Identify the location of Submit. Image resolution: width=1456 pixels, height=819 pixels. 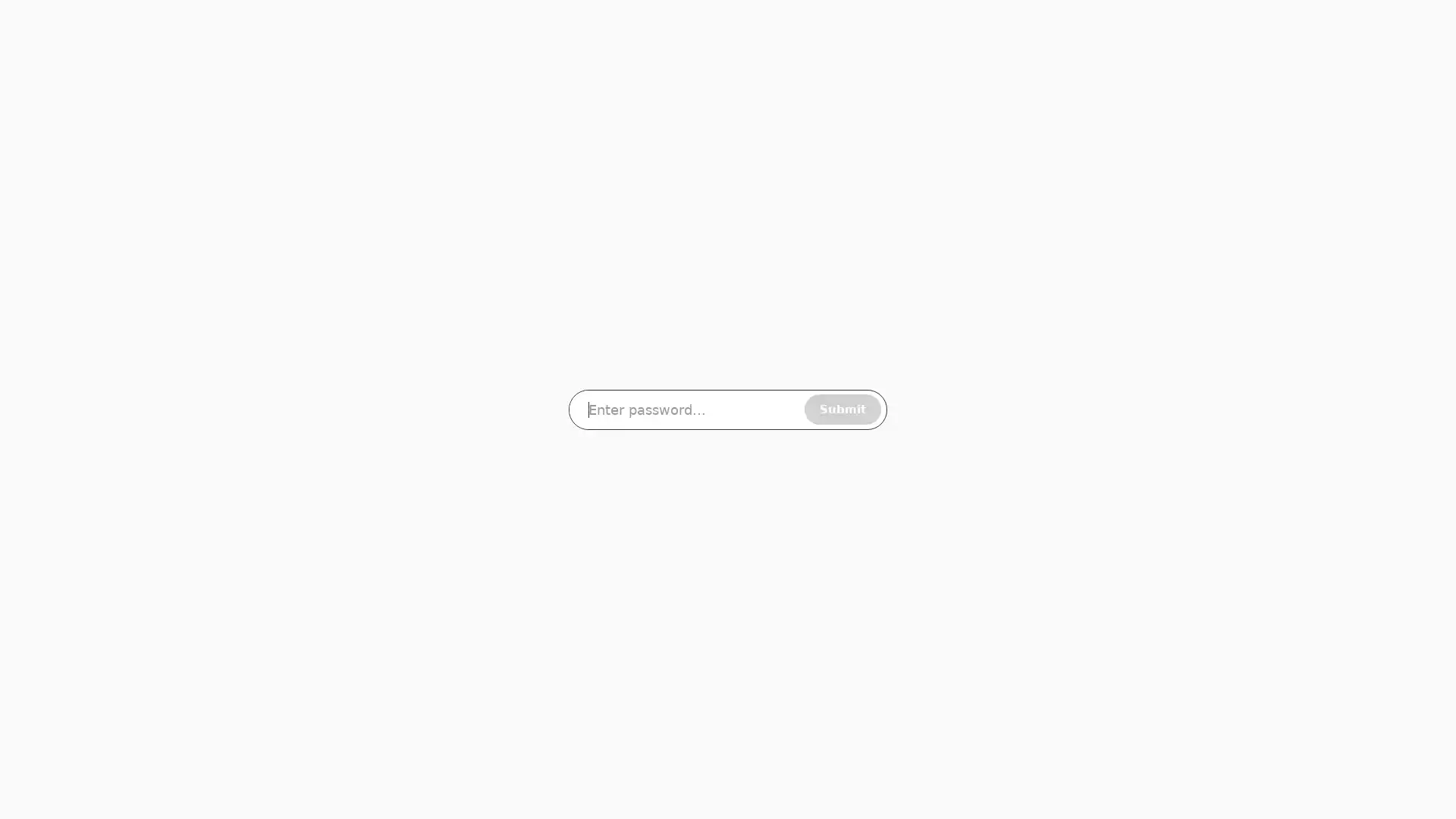
(842, 409).